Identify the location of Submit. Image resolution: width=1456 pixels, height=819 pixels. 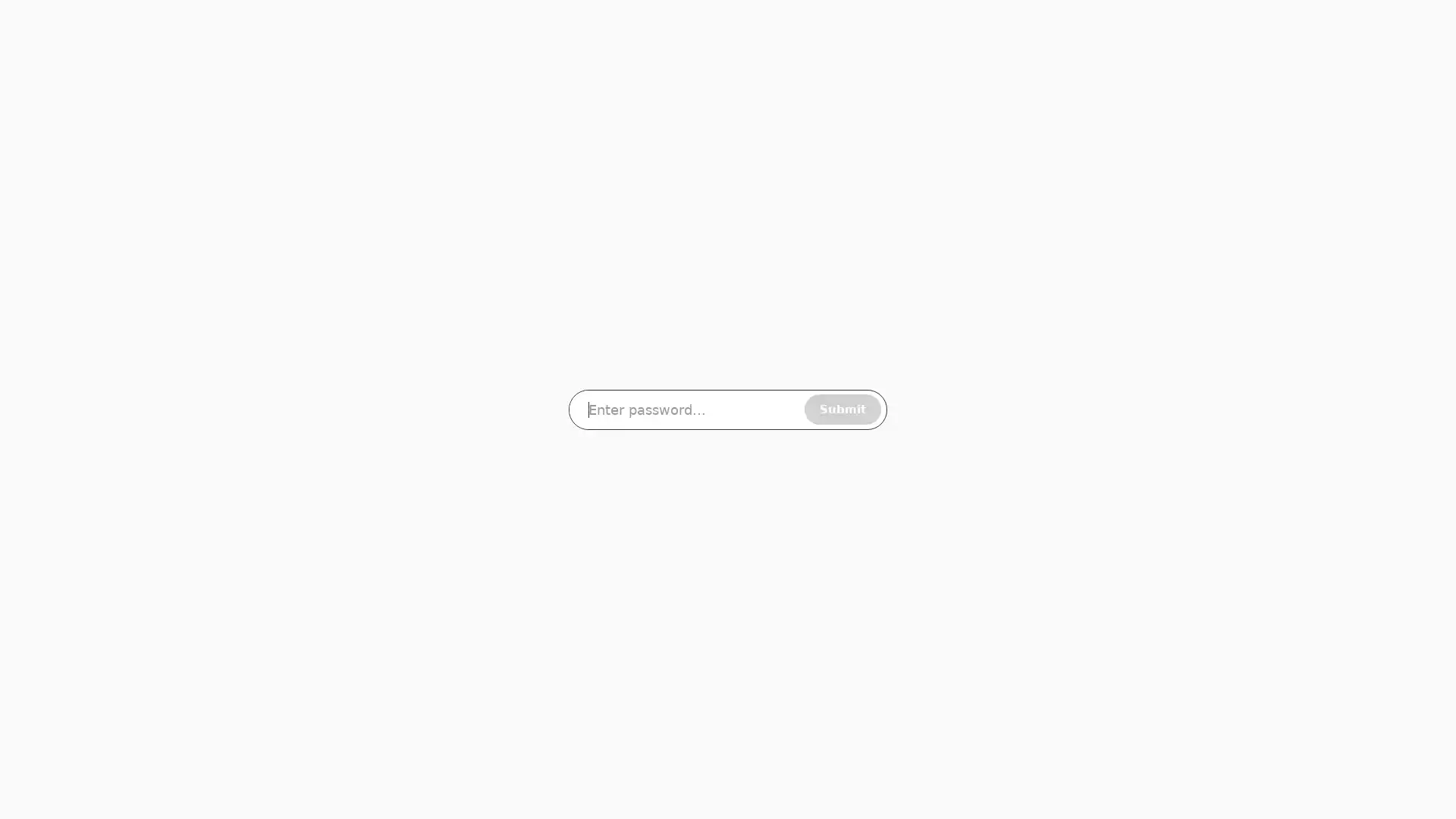
(842, 409).